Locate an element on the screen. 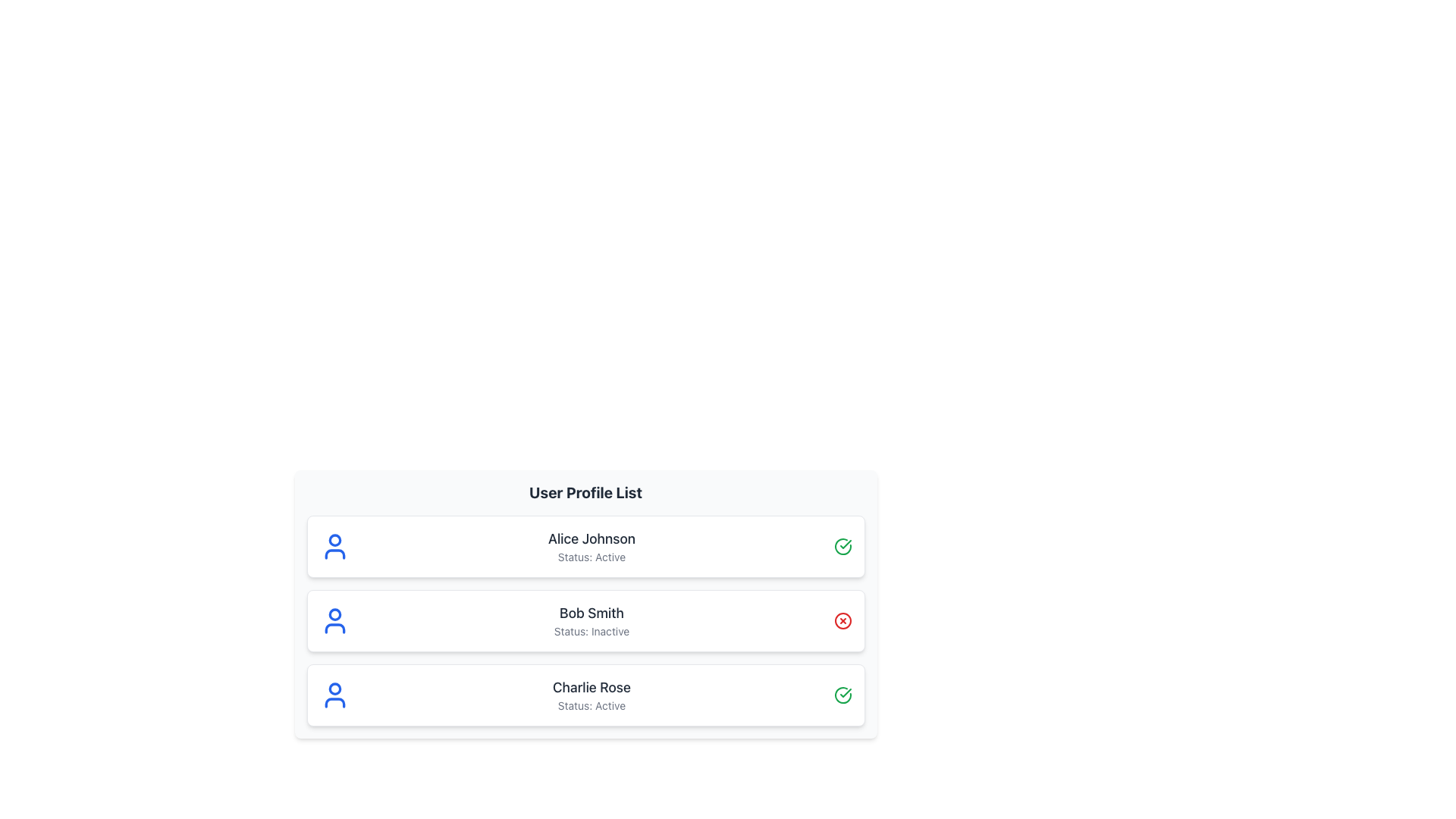  the topmost blue outlined circle within the user profile icon, located to the left of 'Alice Johnson' and 'Status: Active' is located at coordinates (334, 539).